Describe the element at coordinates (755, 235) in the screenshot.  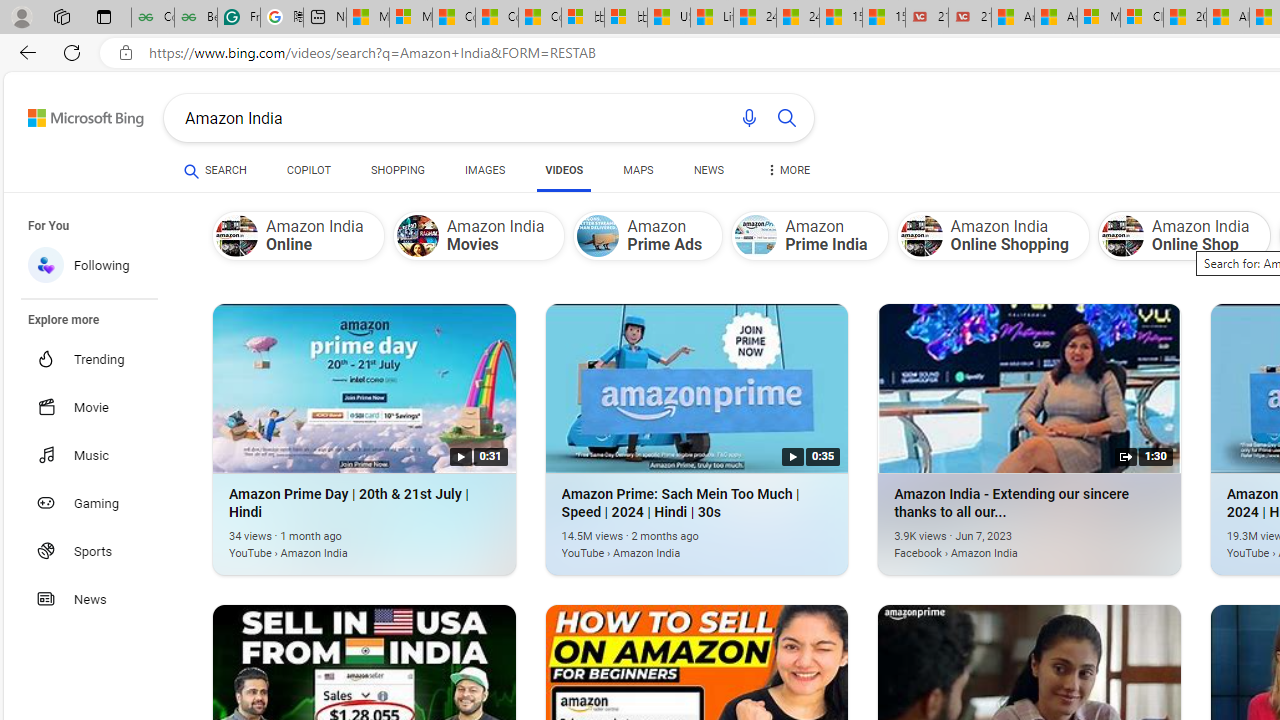
I see `'Amazon Prime India'` at that location.